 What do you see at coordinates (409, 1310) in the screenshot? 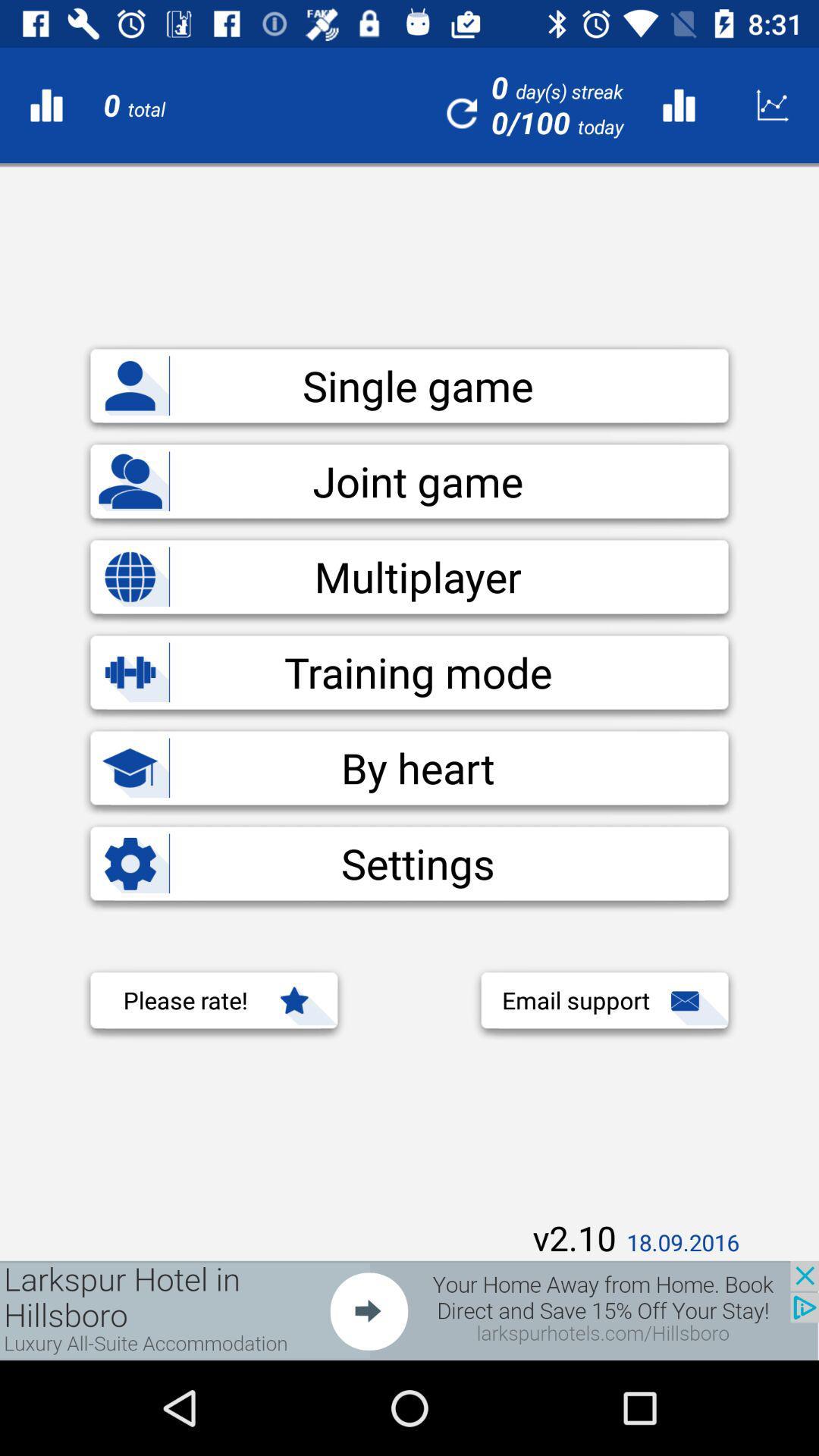
I see `the advertisement` at bounding box center [409, 1310].